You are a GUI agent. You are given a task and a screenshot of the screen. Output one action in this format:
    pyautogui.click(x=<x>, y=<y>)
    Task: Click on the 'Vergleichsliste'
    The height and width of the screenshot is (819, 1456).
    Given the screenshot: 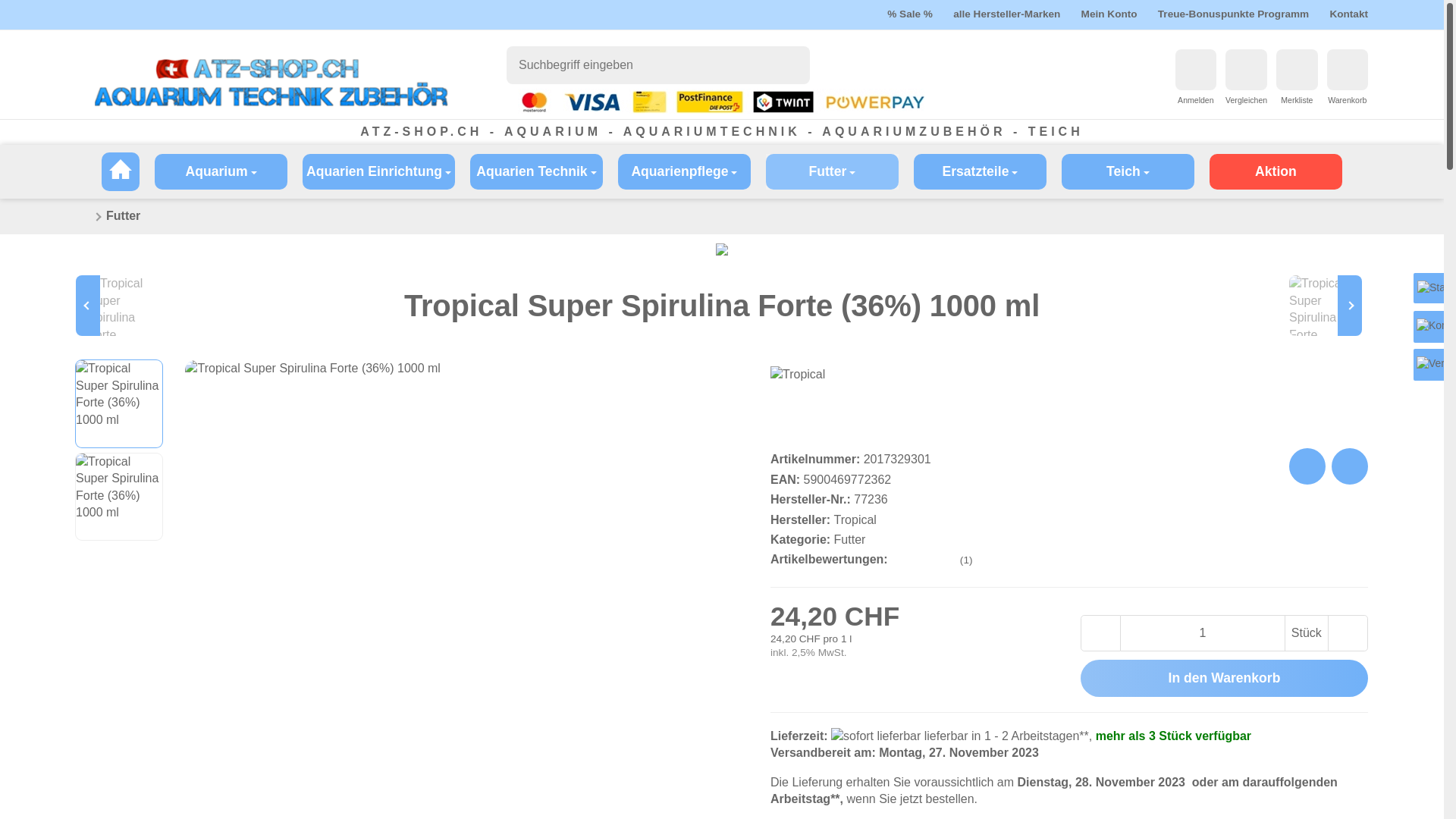 What is the action you would take?
    pyautogui.click(x=1245, y=70)
    